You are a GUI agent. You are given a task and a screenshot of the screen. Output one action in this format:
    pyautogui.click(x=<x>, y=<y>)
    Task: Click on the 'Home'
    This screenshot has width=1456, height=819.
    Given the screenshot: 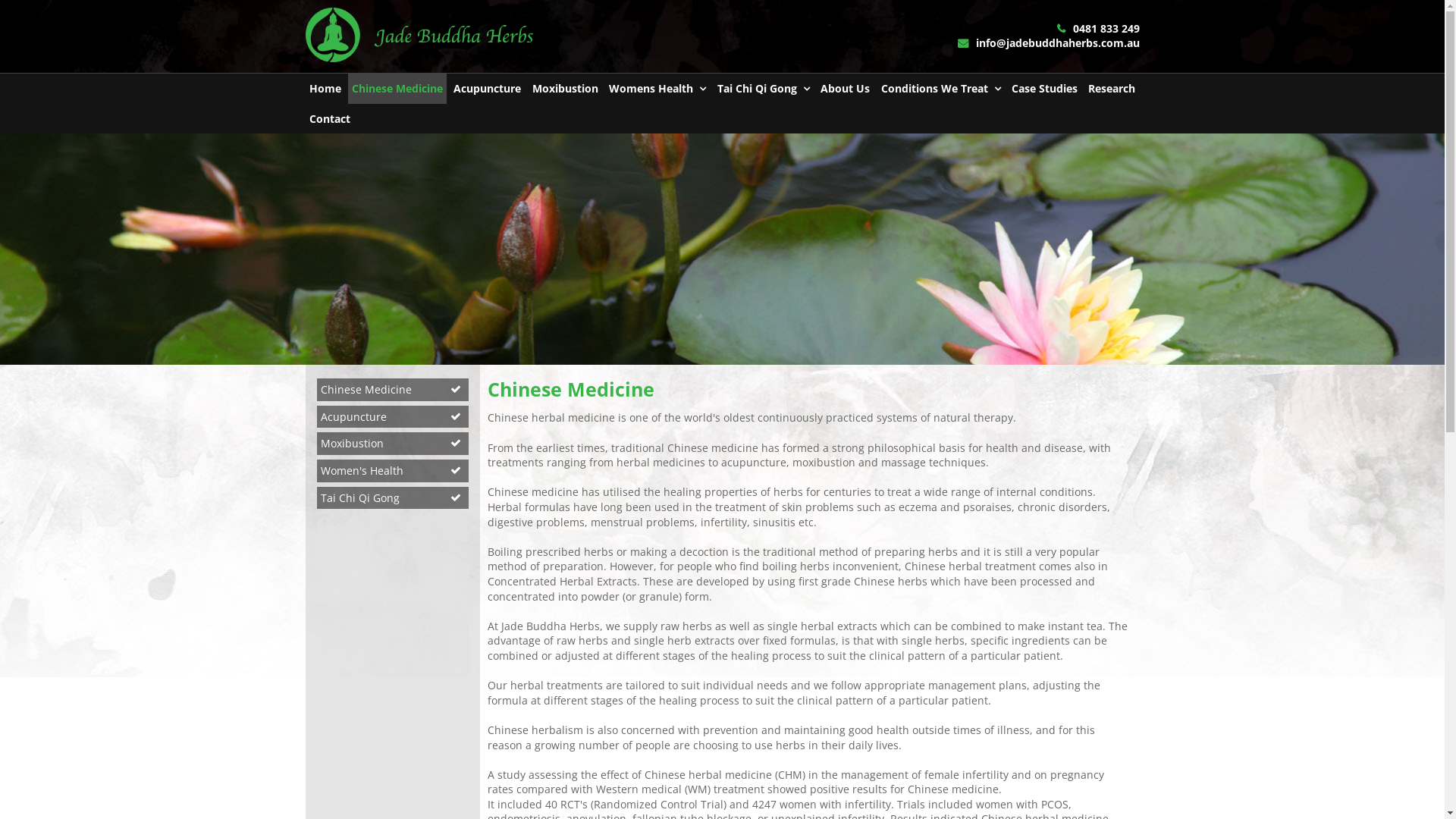 What is the action you would take?
    pyautogui.click(x=323, y=88)
    